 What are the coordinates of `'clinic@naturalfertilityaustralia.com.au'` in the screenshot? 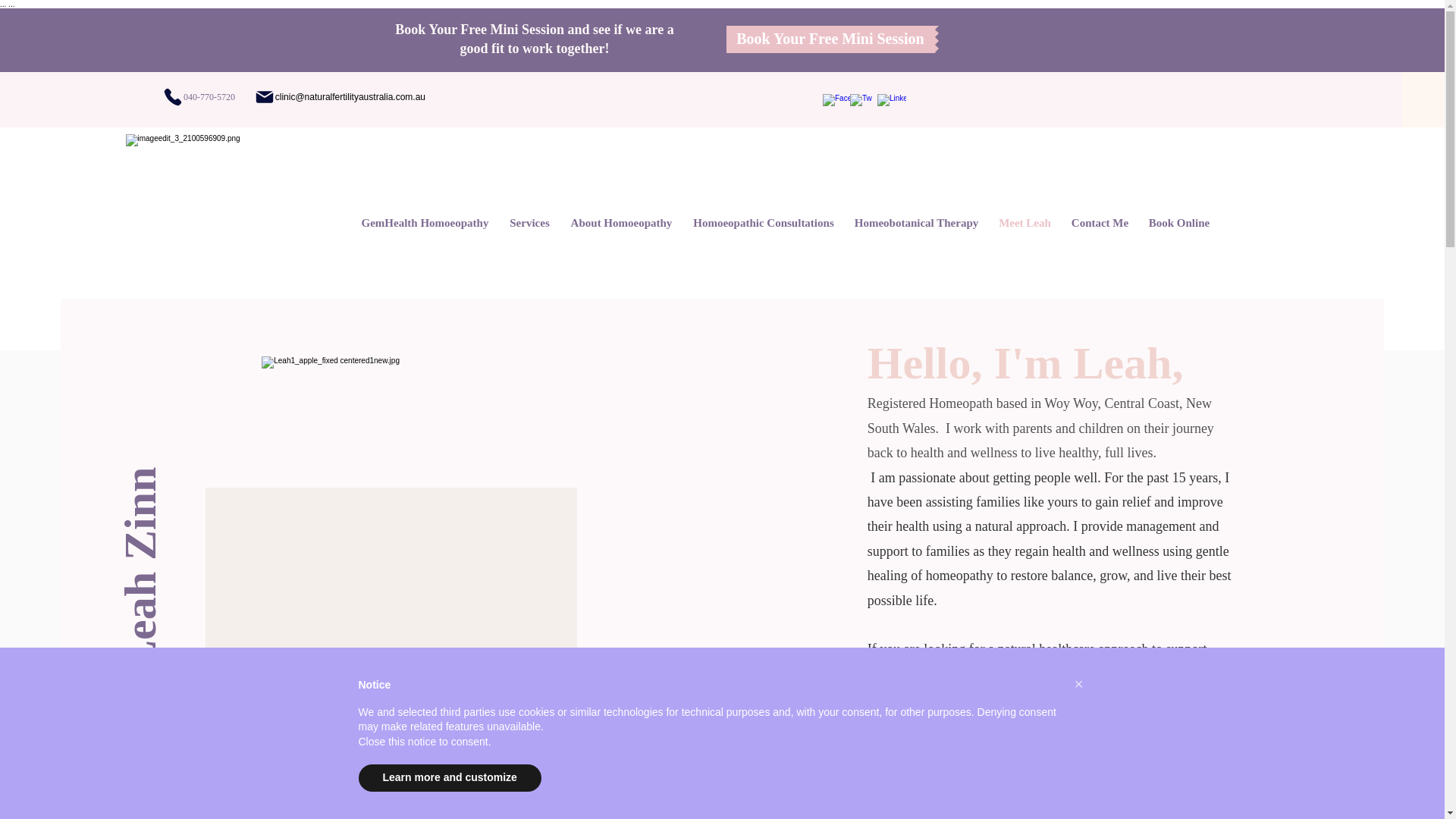 It's located at (335, 96).